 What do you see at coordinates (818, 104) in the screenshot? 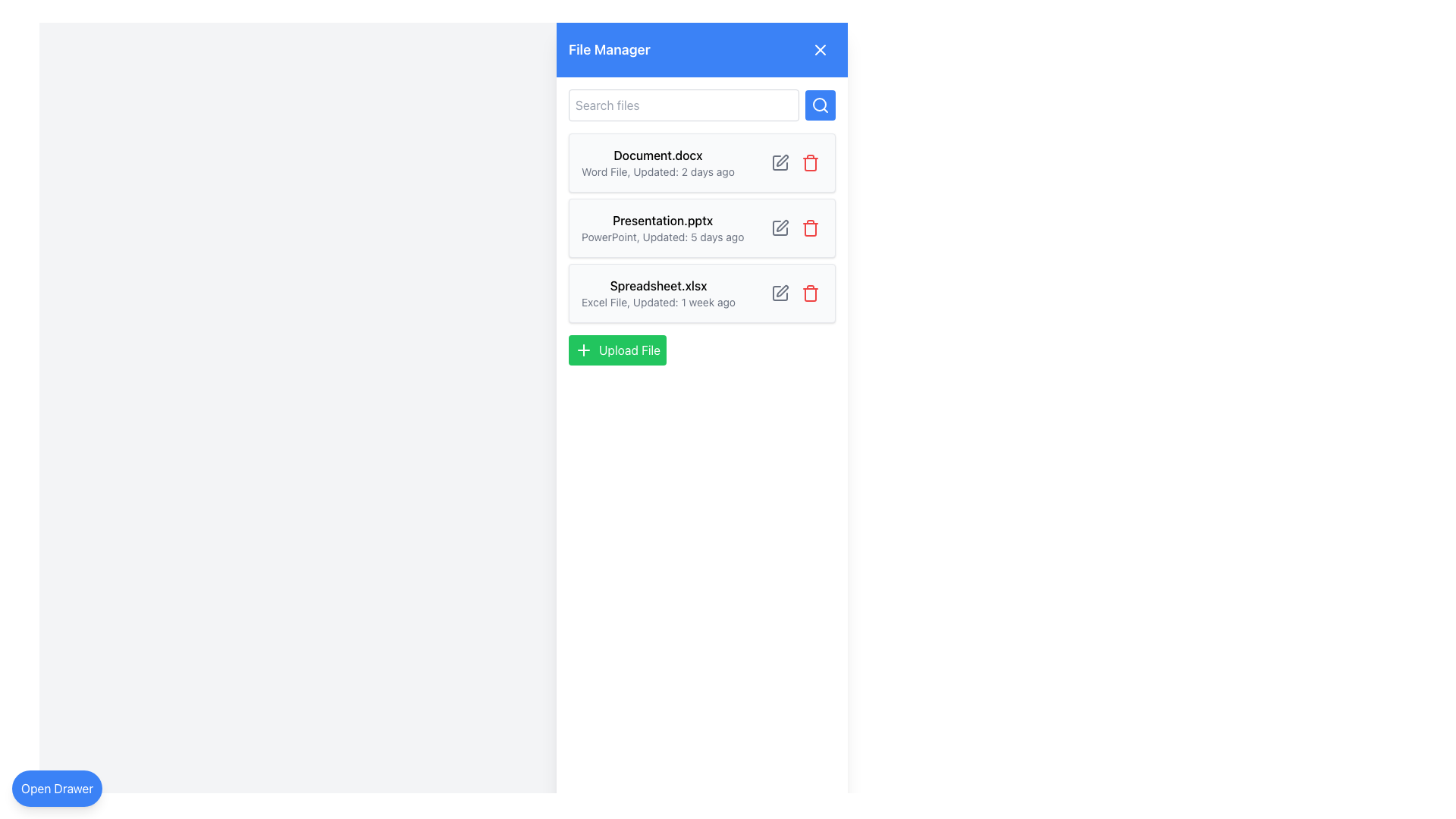
I see `the circular SVG element that represents the lens of the magnifying glass icon` at bounding box center [818, 104].